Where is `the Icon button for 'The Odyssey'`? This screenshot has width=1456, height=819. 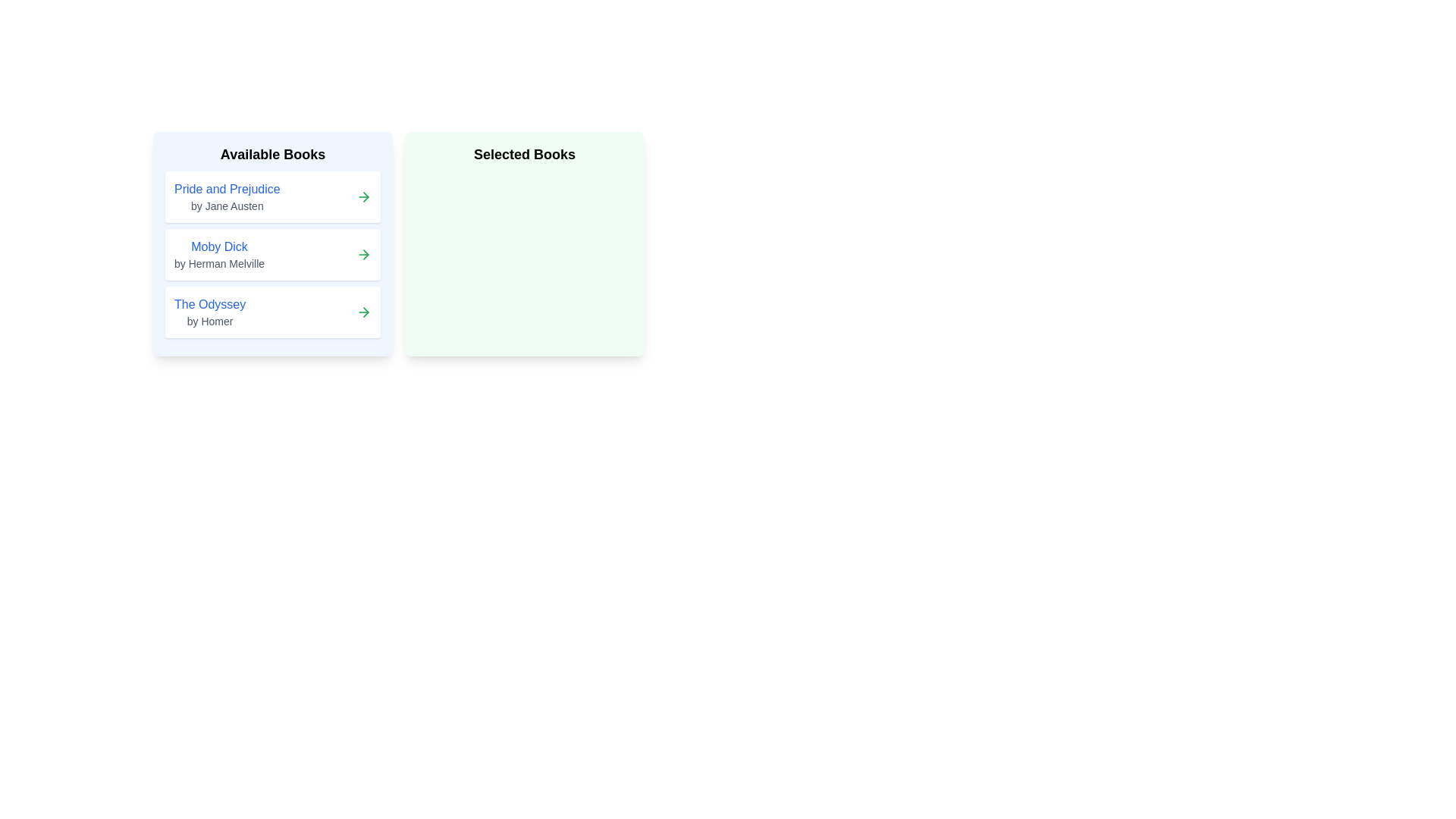 the Icon button for 'The Odyssey' is located at coordinates (364, 312).